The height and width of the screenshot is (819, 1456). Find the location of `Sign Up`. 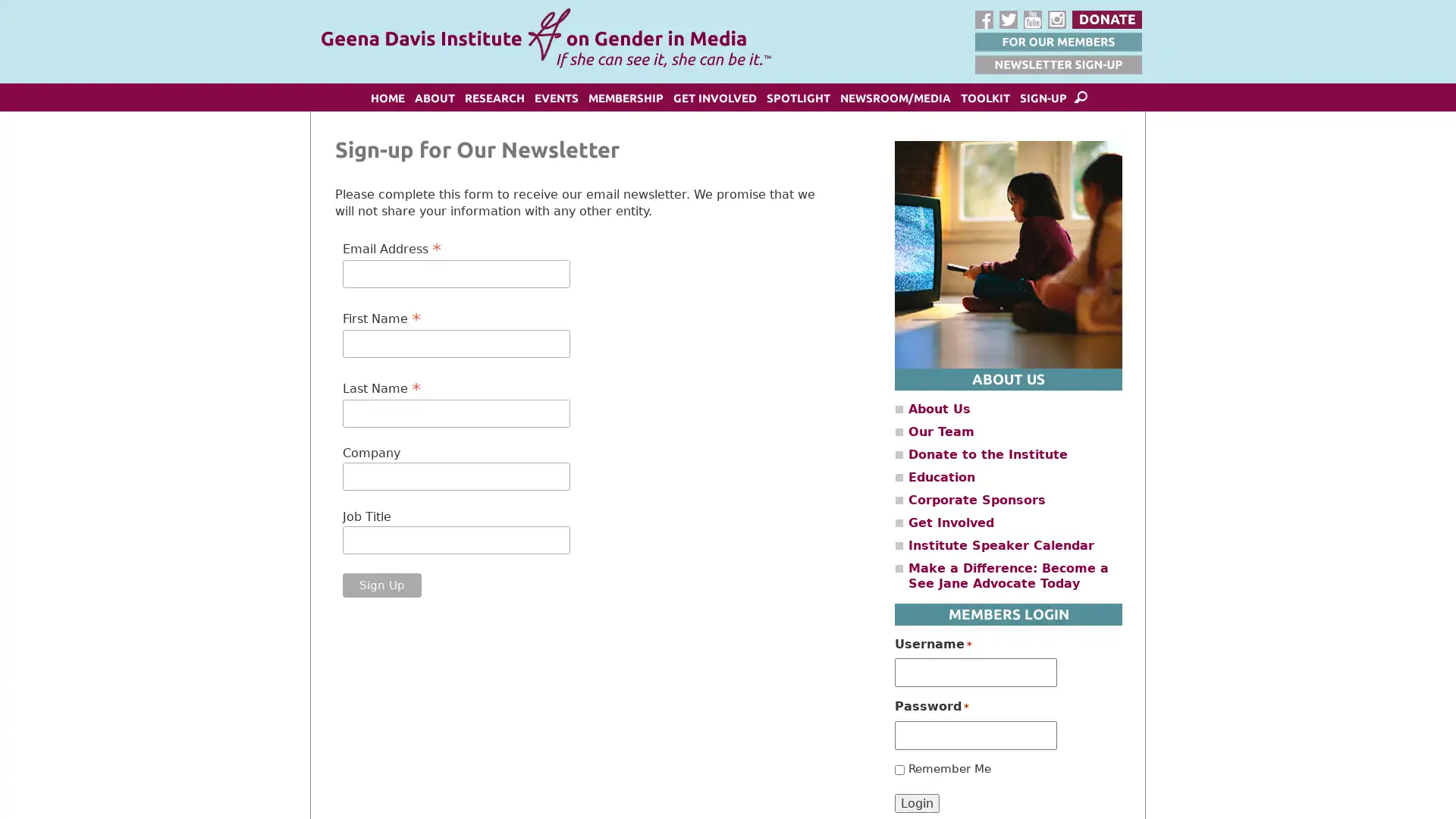

Sign Up is located at coordinates (381, 584).